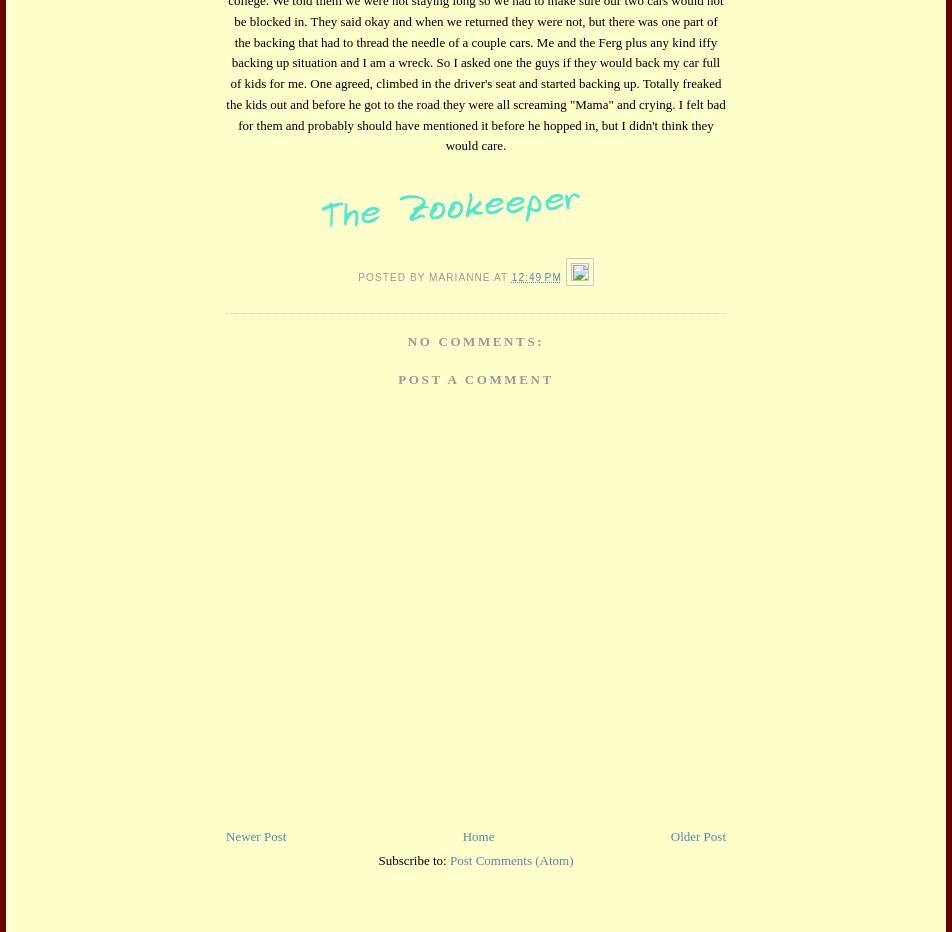 This screenshot has height=932, width=952. I want to click on 'Home', so click(477, 835).